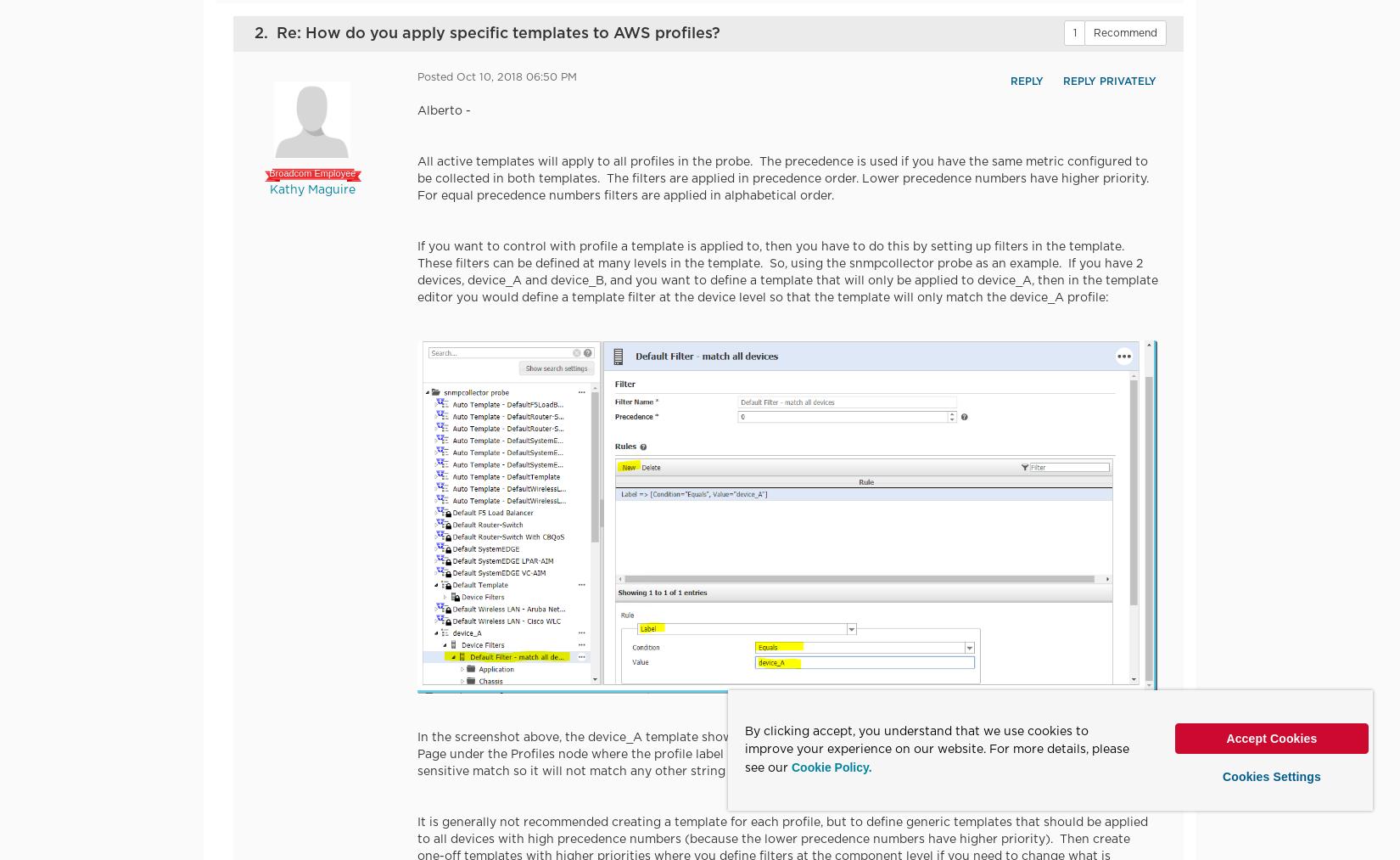 The height and width of the screenshot is (860, 1400). What do you see at coordinates (495, 76) in the screenshot?
I see `'Posted Oct 10, 2018 06:50 PM'` at bounding box center [495, 76].